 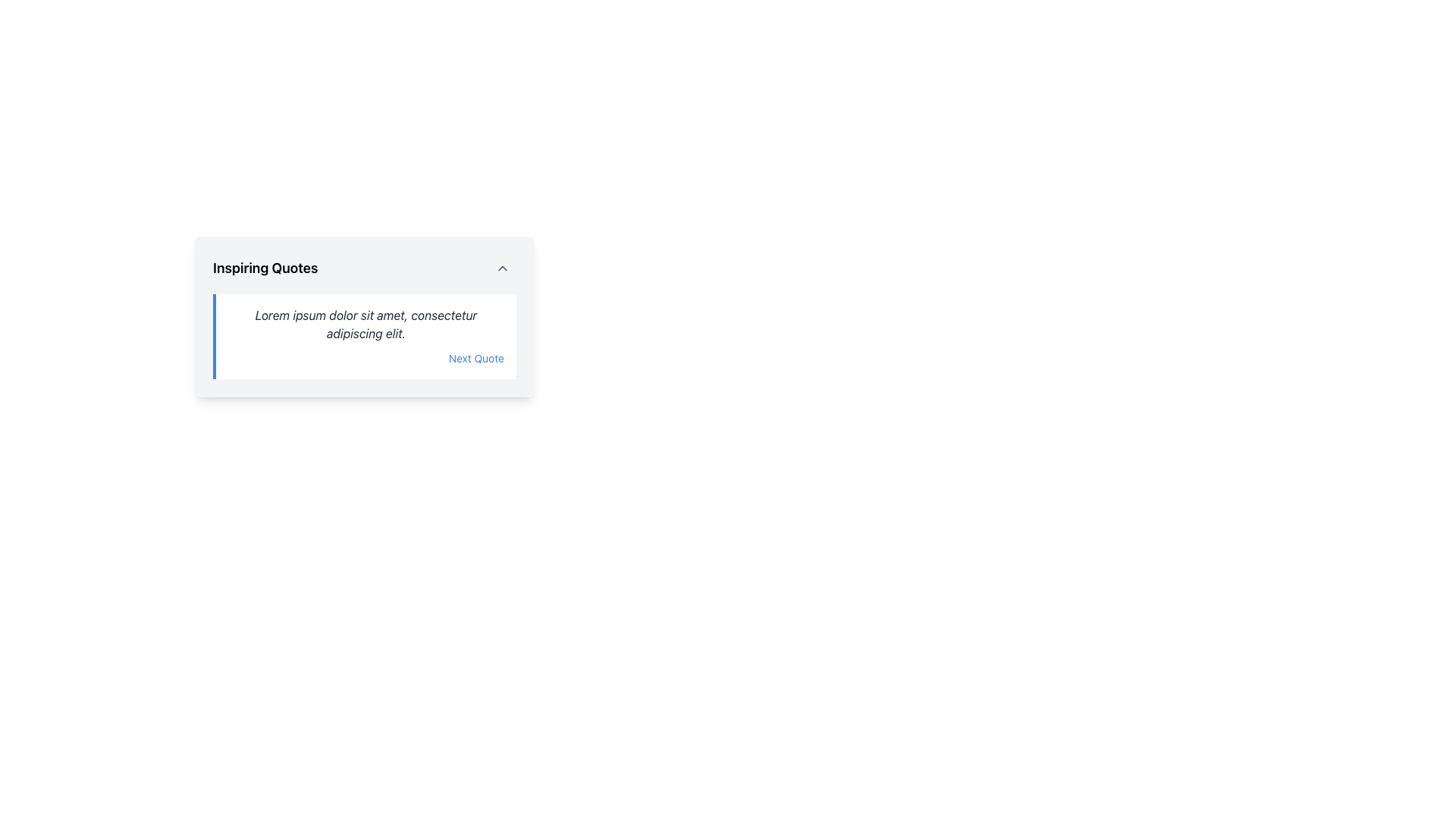 I want to click on the non-interactive text element displaying a quote, located below the heading 'Inspiring Quotes' and above 'Next Quote', so click(x=366, y=324).